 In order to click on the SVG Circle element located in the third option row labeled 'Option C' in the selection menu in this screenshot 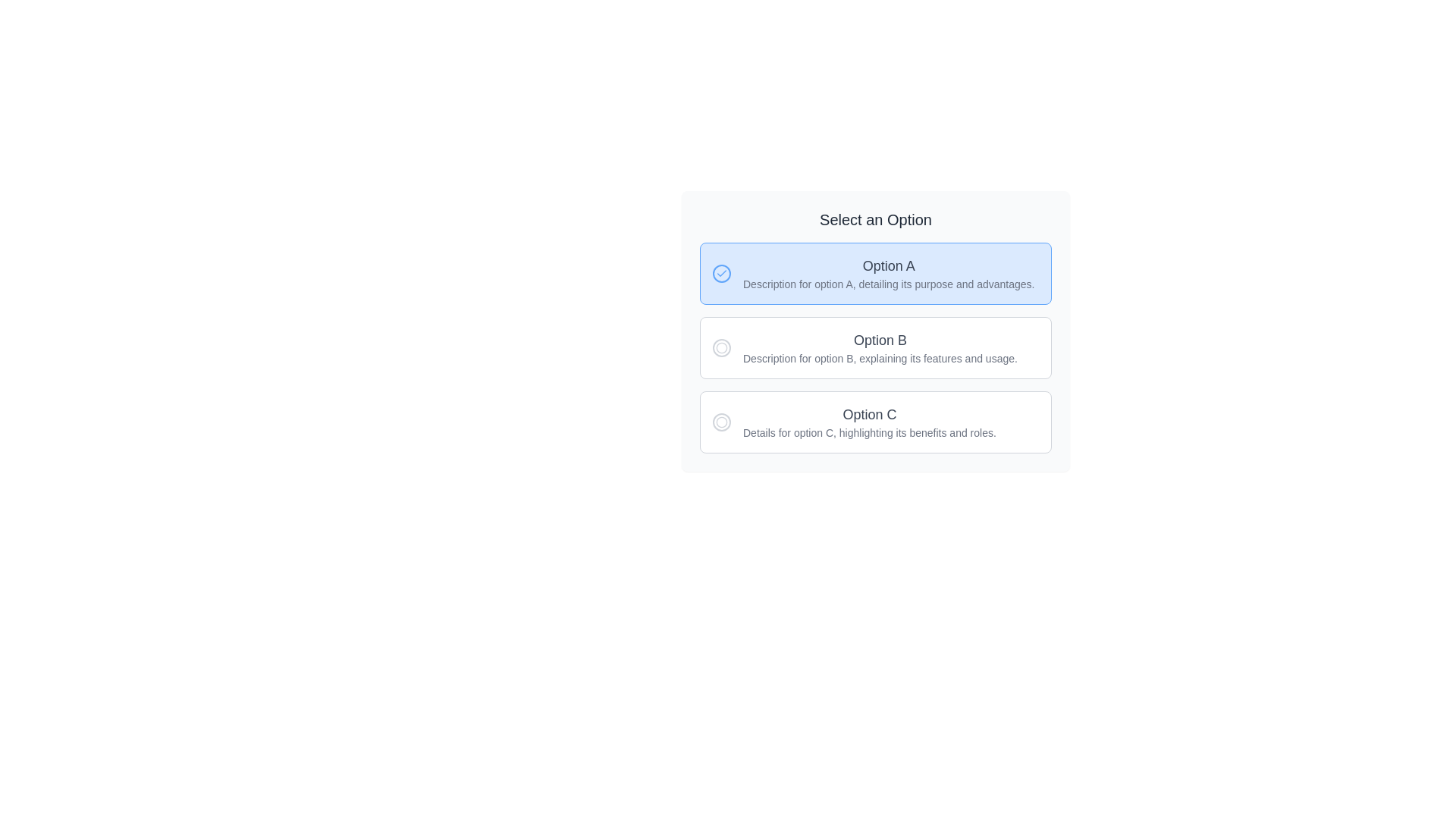, I will do `click(720, 422)`.